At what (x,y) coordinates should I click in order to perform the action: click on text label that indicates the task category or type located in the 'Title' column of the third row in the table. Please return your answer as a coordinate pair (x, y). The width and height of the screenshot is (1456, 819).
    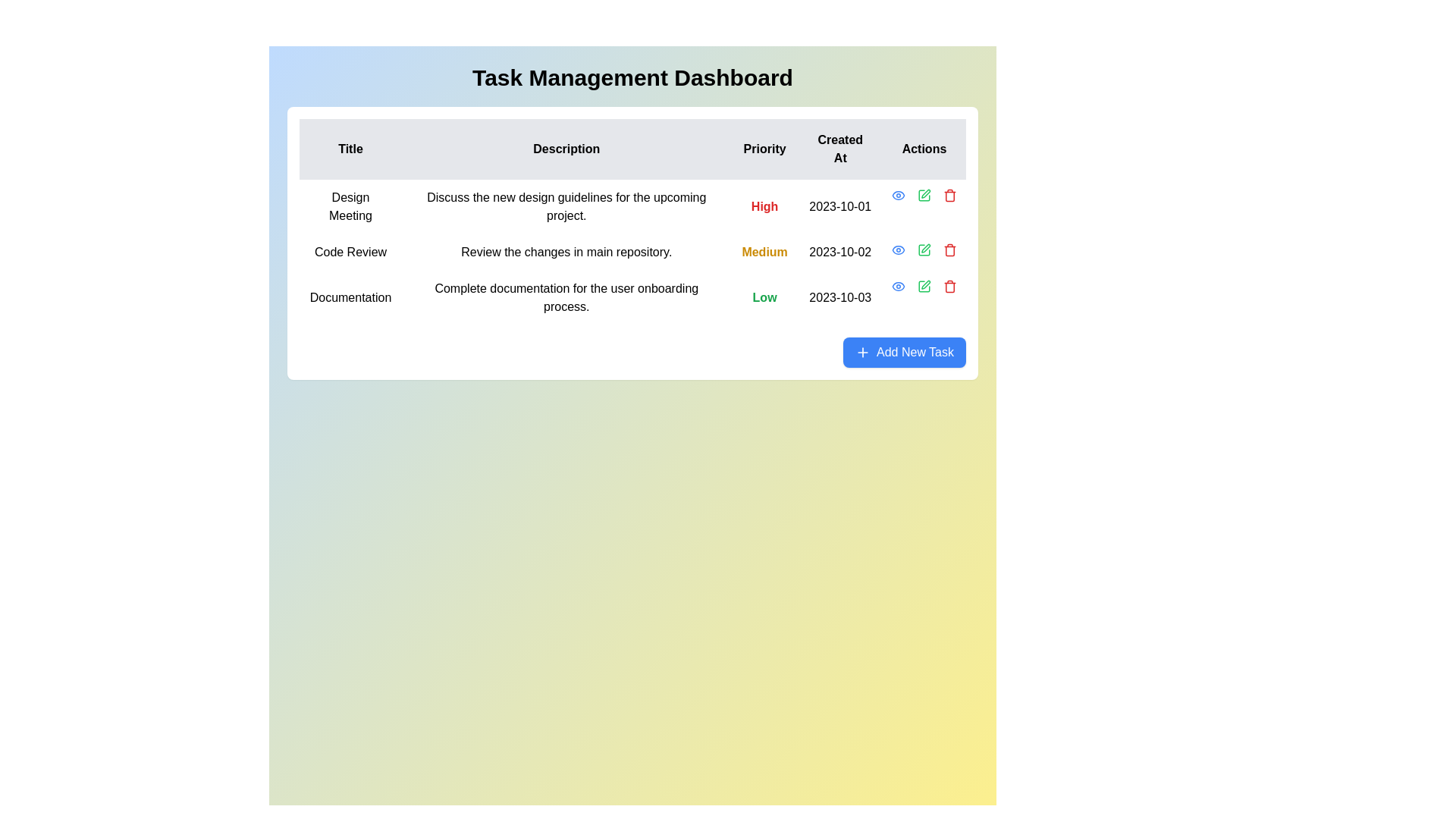
    Looking at the image, I should click on (350, 298).